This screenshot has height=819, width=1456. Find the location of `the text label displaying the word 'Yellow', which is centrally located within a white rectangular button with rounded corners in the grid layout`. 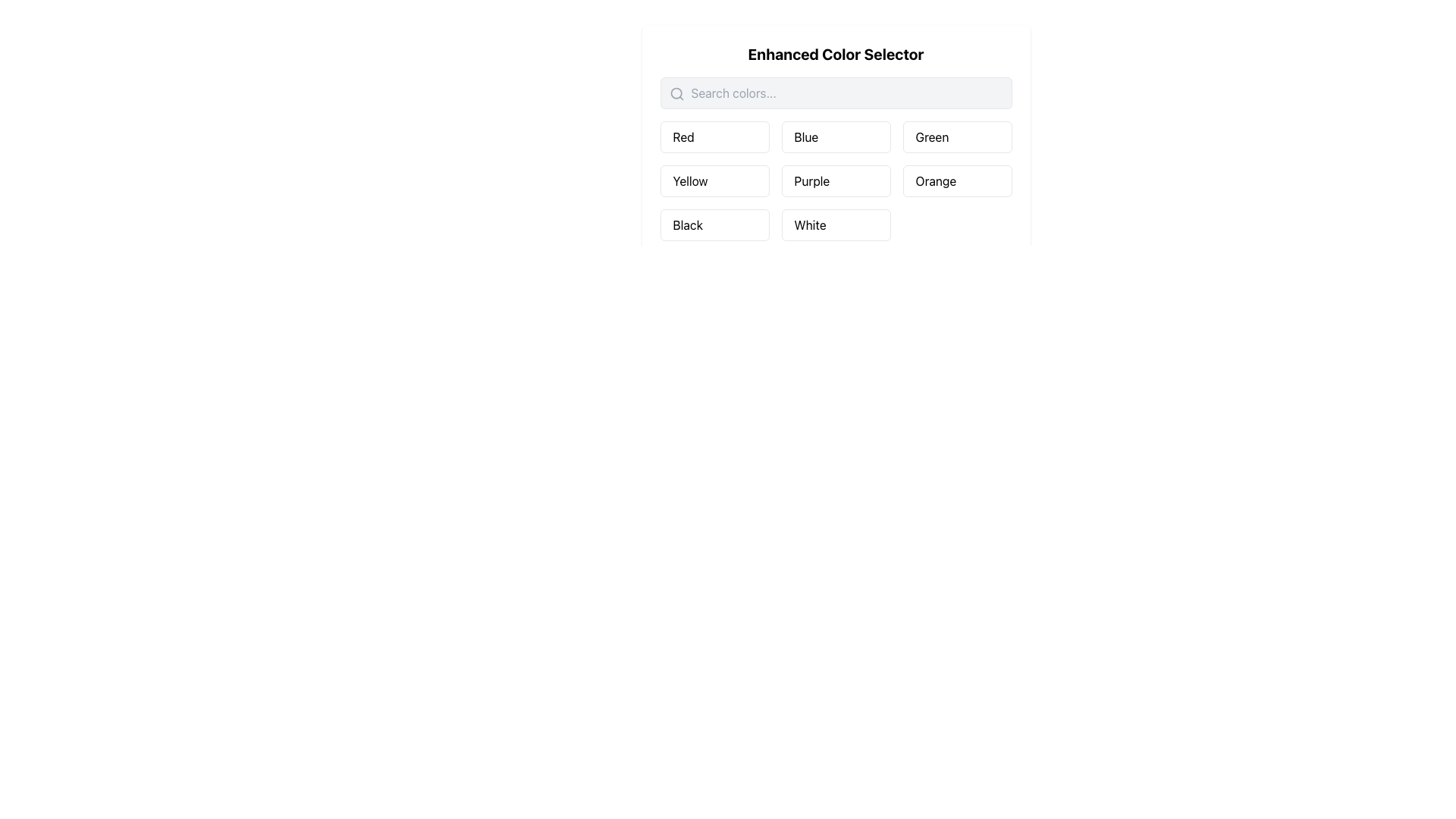

the text label displaying the word 'Yellow', which is centrally located within a white rectangular button with rounded corners in the grid layout is located at coordinates (689, 180).